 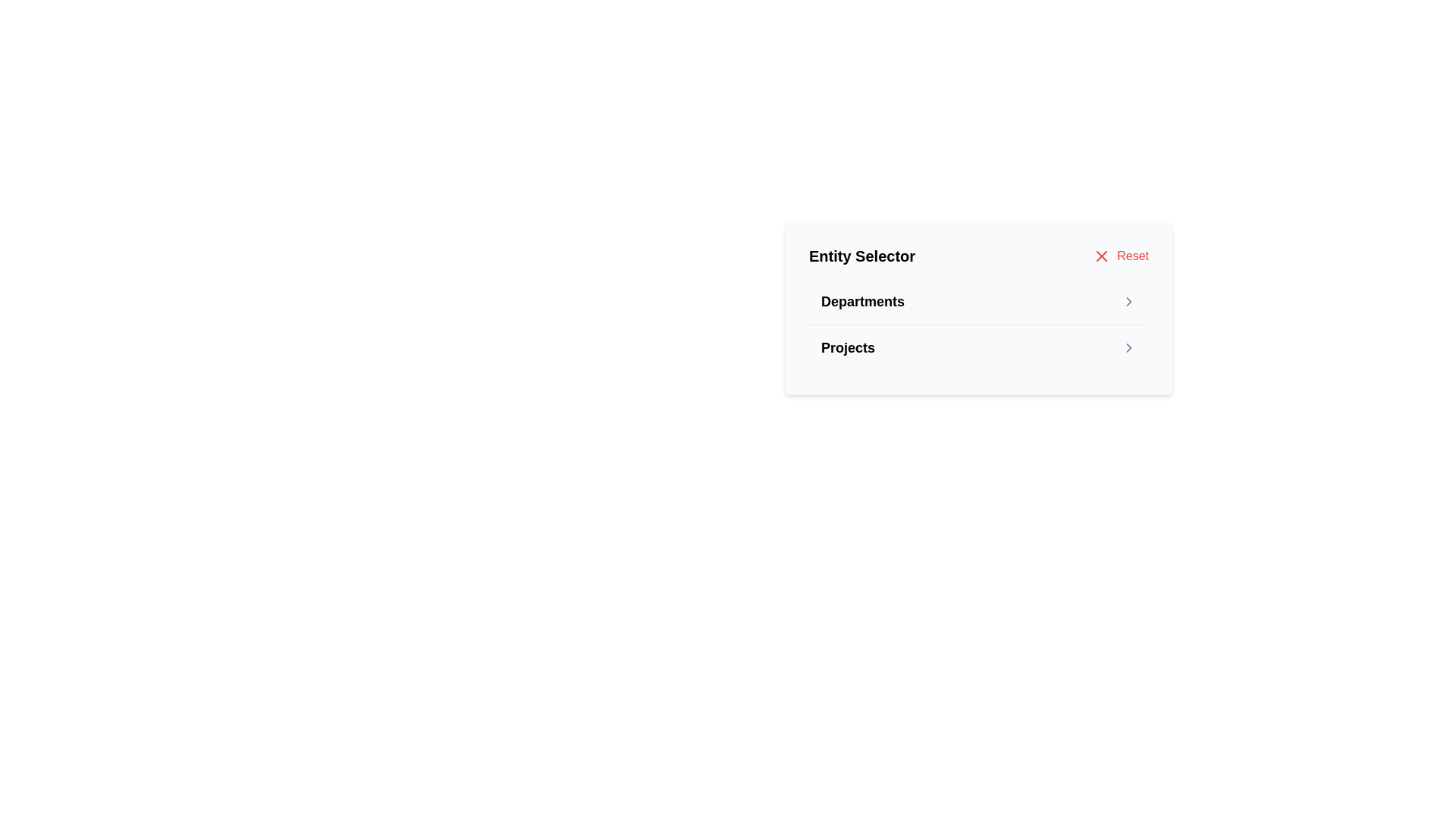 What do you see at coordinates (1128, 348) in the screenshot?
I see `the arrow icon on the right-hand side of the 'Projects' interactive row to invoke navigation to the associated subpage or detailed view` at bounding box center [1128, 348].